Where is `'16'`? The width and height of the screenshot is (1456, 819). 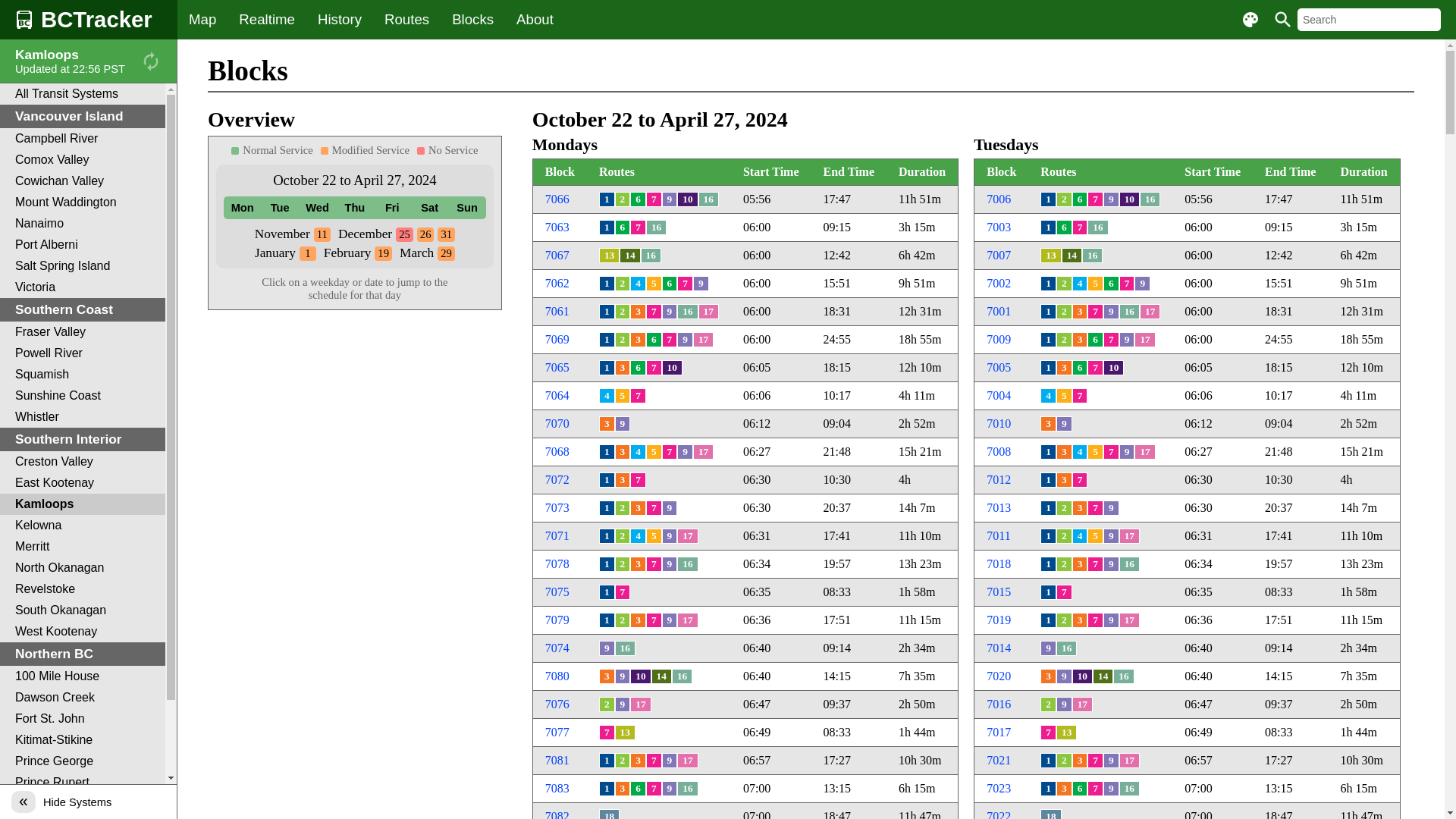
'16' is located at coordinates (1123, 675).